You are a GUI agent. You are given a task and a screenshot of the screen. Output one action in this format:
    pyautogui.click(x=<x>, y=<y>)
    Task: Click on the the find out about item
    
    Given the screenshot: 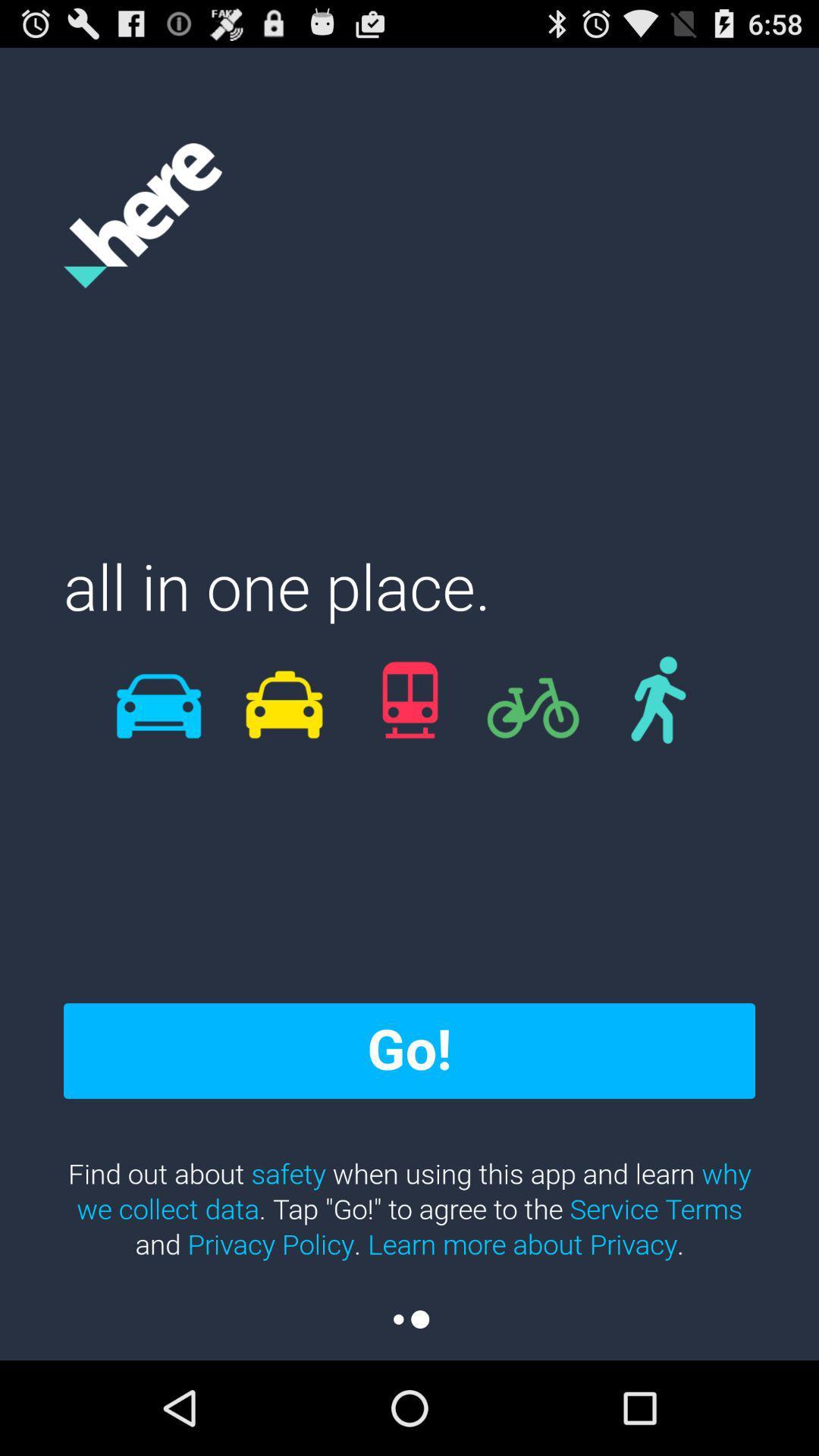 What is the action you would take?
    pyautogui.click(x=409, y=1207)
    